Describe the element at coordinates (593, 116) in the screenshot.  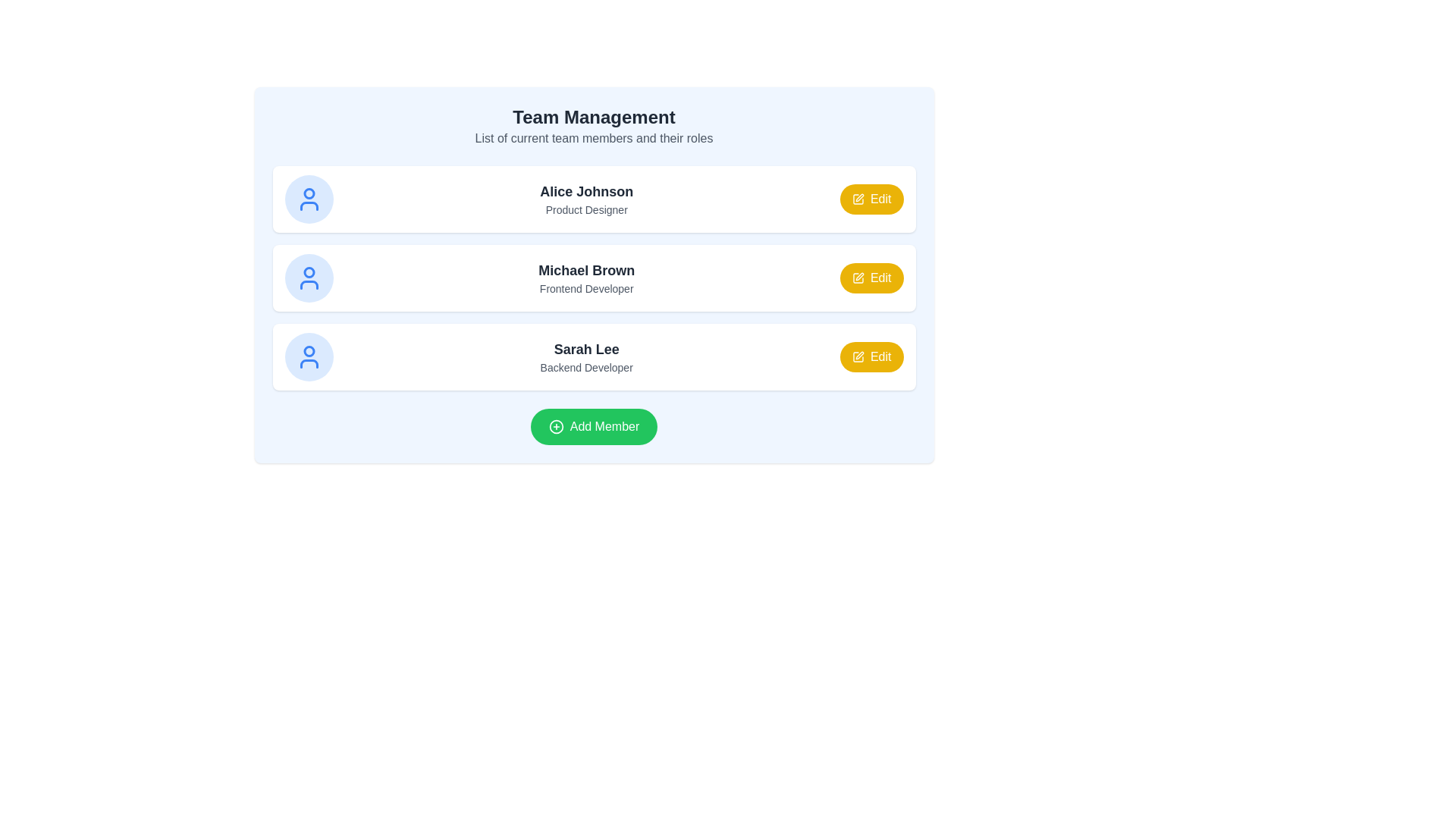
I see `the static text label displaying 'Team Management', which is prominently centered at the top of the section for team members` at that location.